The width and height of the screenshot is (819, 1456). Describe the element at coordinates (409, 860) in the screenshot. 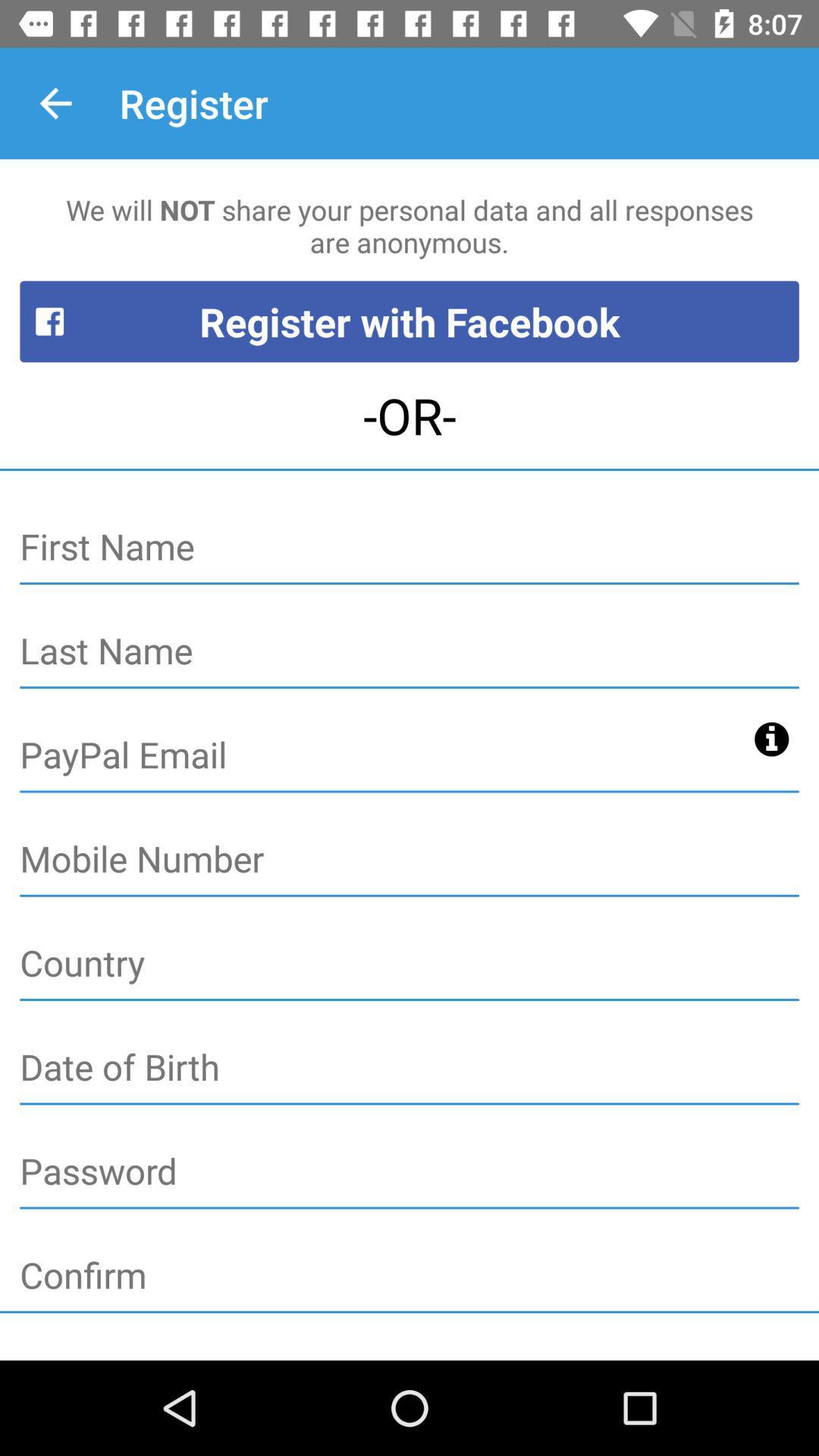

I see `your mobile number` at that location.